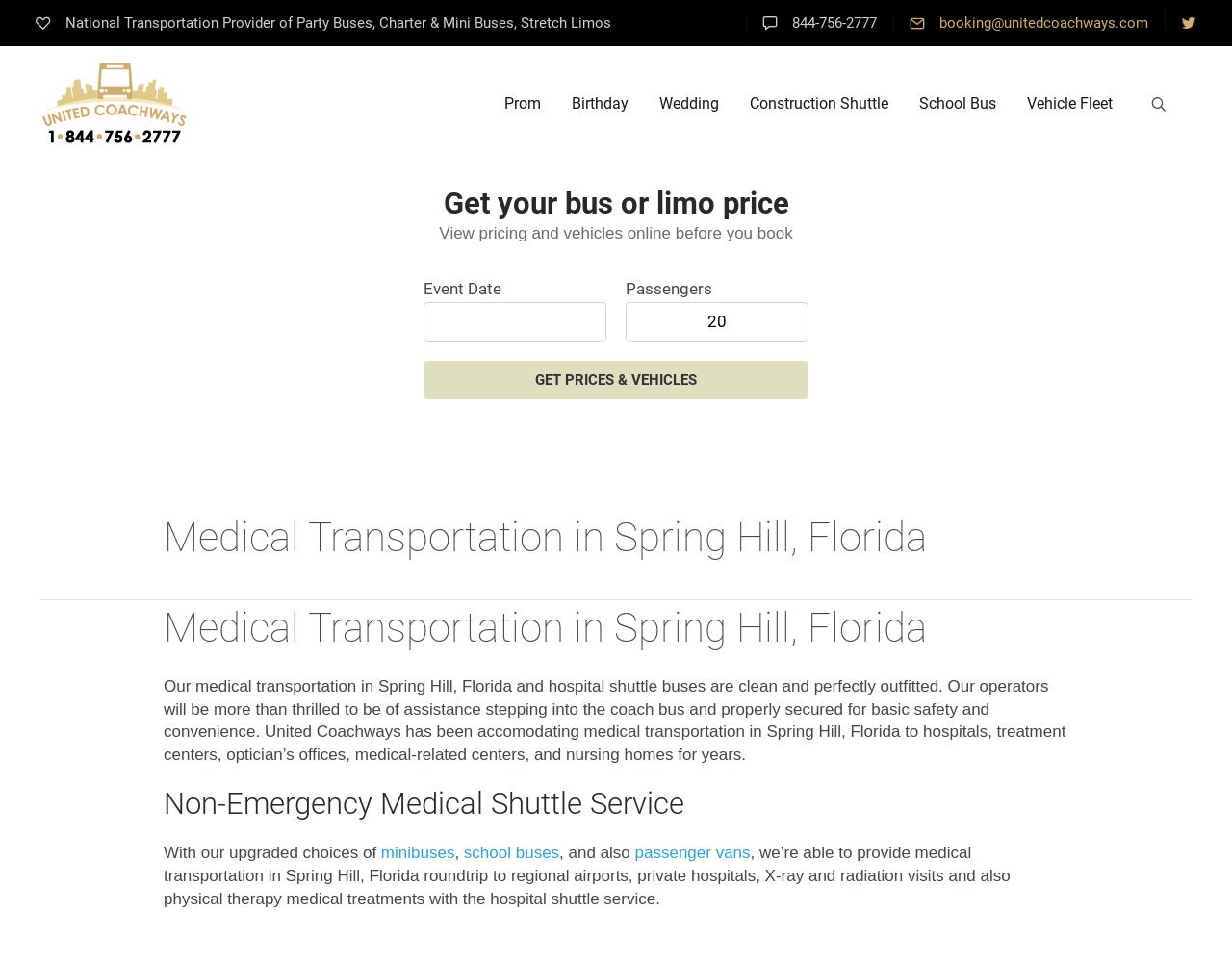 This screenshot has width=1232, height=962. Describe the element at coordinates (416, 851) in the screenshot. I see `'minibuses'` at that location.